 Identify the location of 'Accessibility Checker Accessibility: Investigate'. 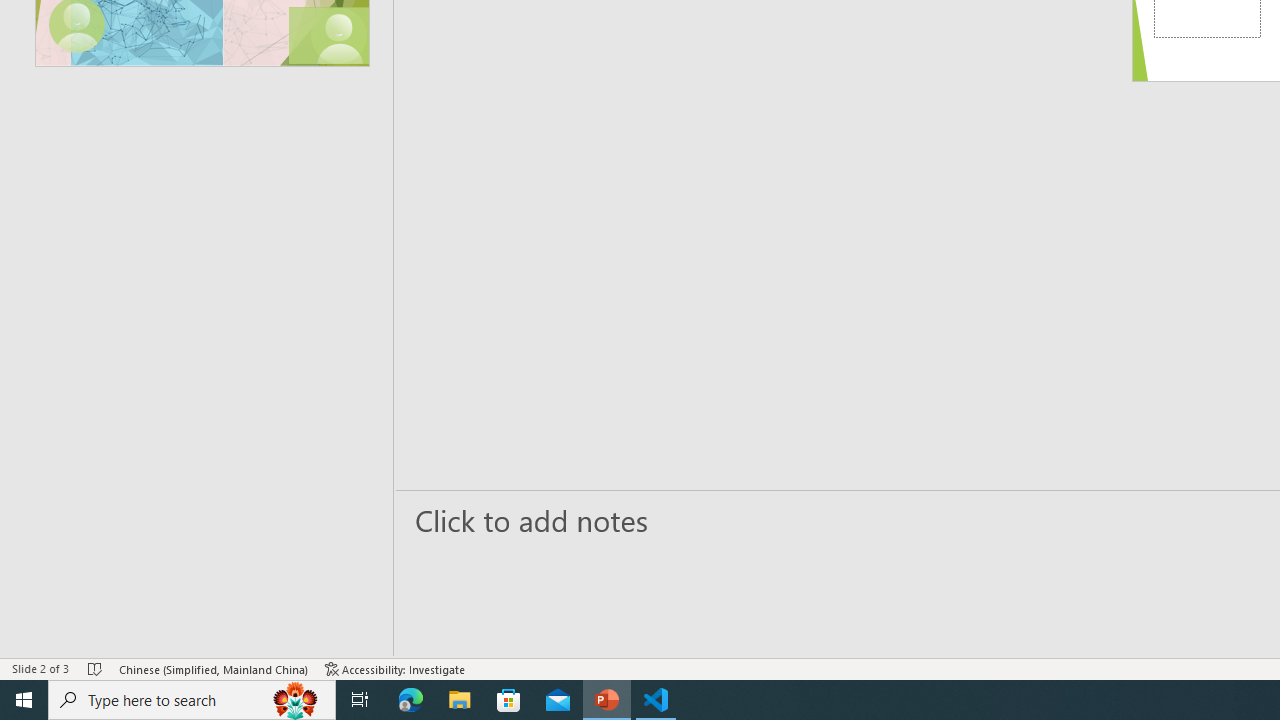
(395, 669).